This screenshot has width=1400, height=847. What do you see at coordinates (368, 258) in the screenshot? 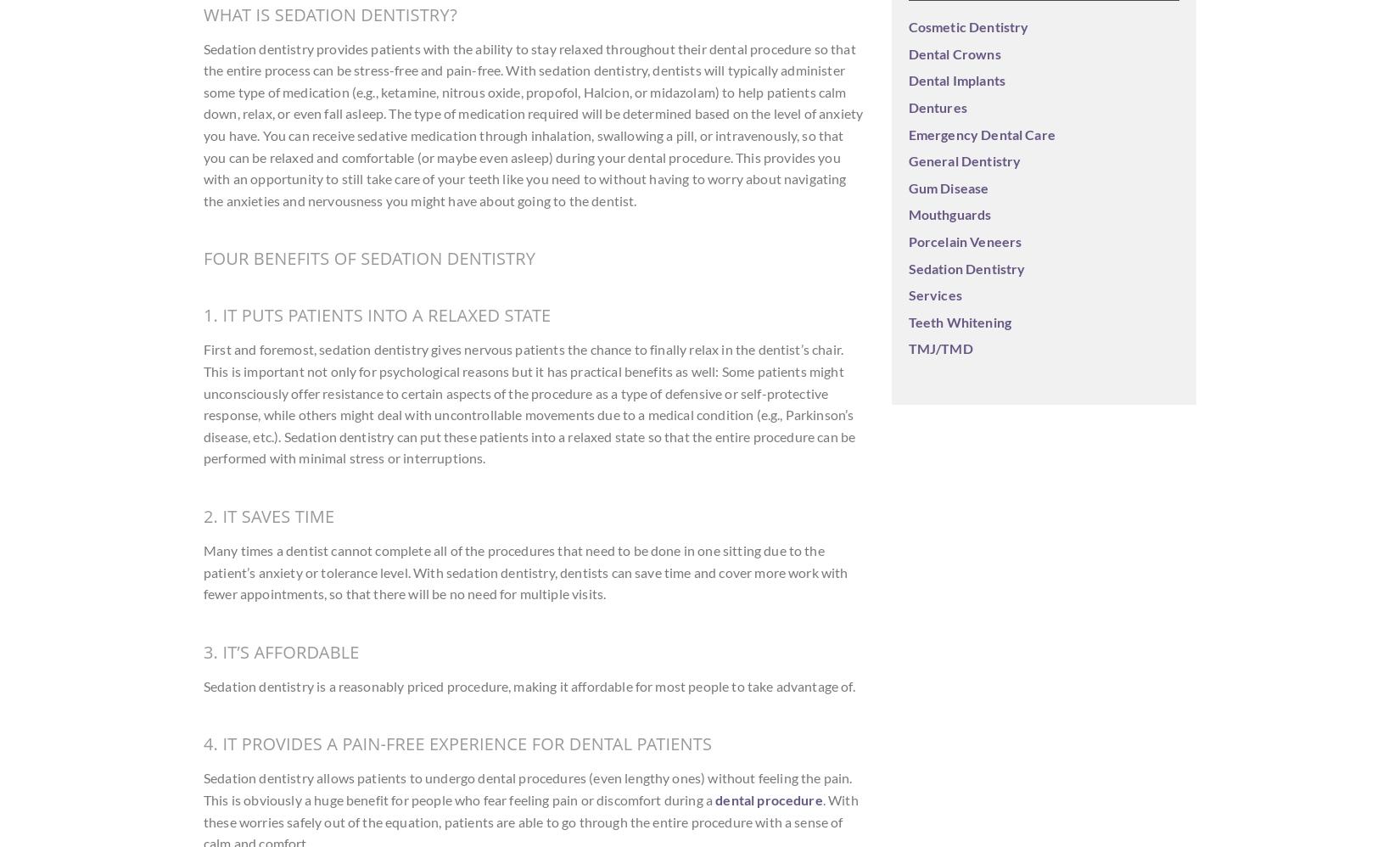
I see `'Four Benefits of Sedation Dentistry'` at bounding box center [368, 258].